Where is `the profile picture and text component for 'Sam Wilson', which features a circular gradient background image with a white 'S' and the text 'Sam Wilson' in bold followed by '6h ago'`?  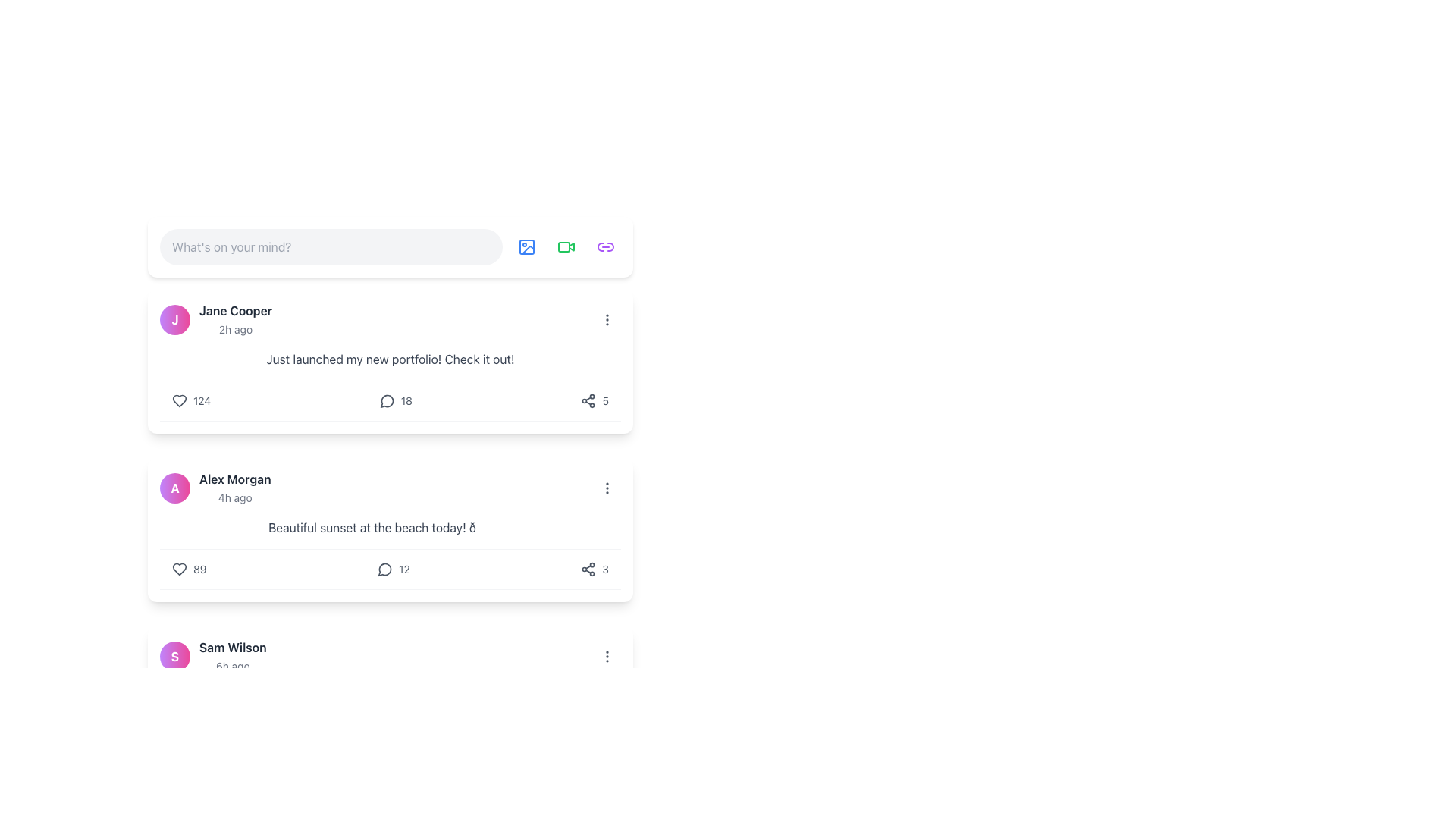 the profile picture and text component for 'Sam Wilson', which features a circular gradient background image with a white 'S' and the text 'Sam Wilson' in bold followed by '6h ago' is located at coordinates (212, 656).